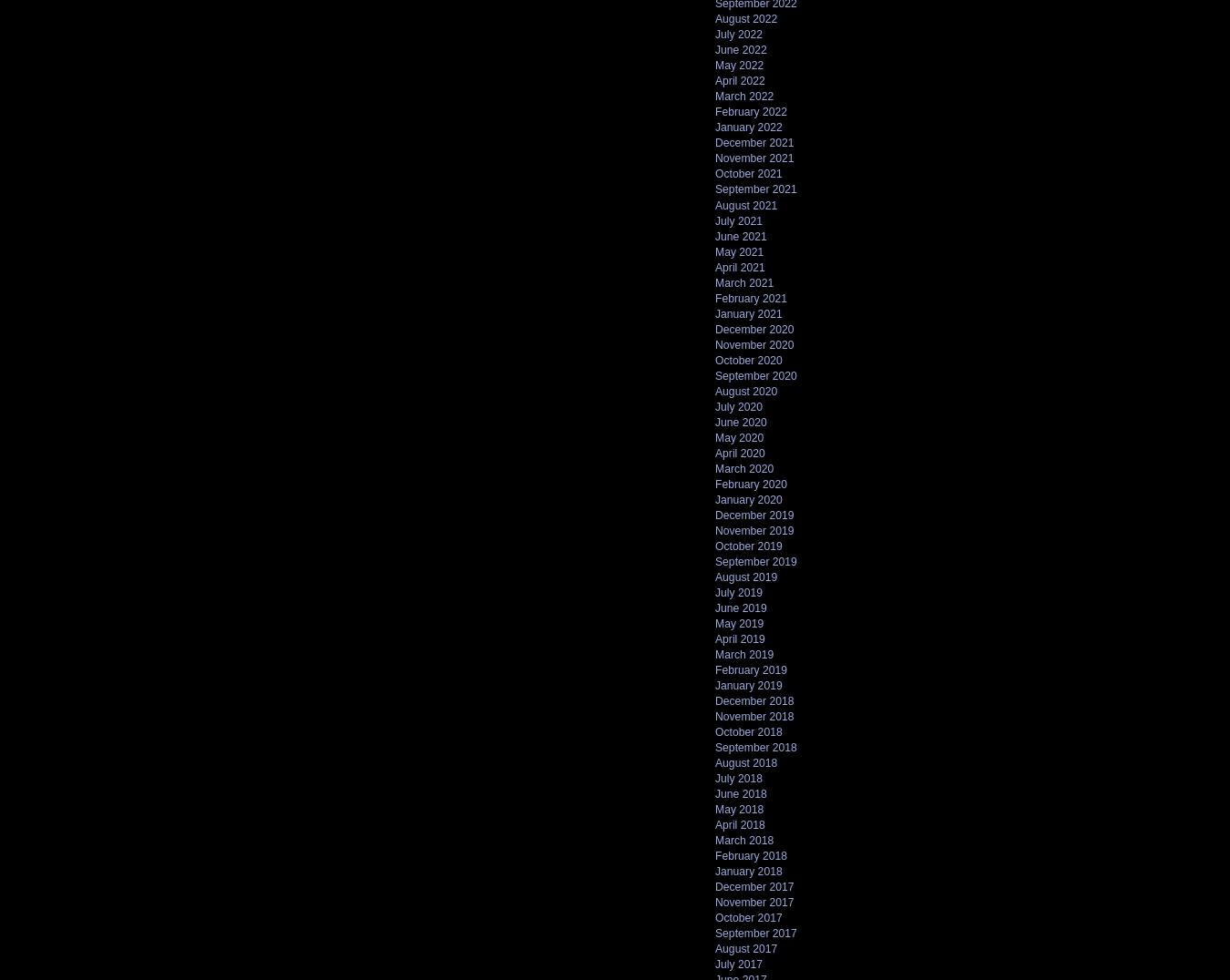 The height and width of the screenshot is (980, 1230). Describe the element at coordinates (714, 932) in the screenshot. I see `'September 2017'` at that location.